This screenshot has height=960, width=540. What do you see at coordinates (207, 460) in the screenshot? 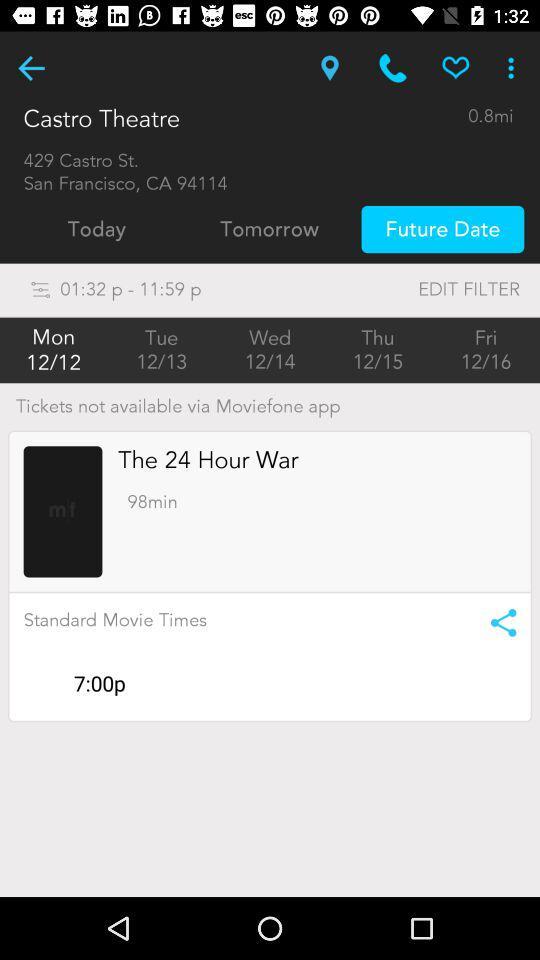
I see `the item above 98min item` at bounding box center [207, 460].